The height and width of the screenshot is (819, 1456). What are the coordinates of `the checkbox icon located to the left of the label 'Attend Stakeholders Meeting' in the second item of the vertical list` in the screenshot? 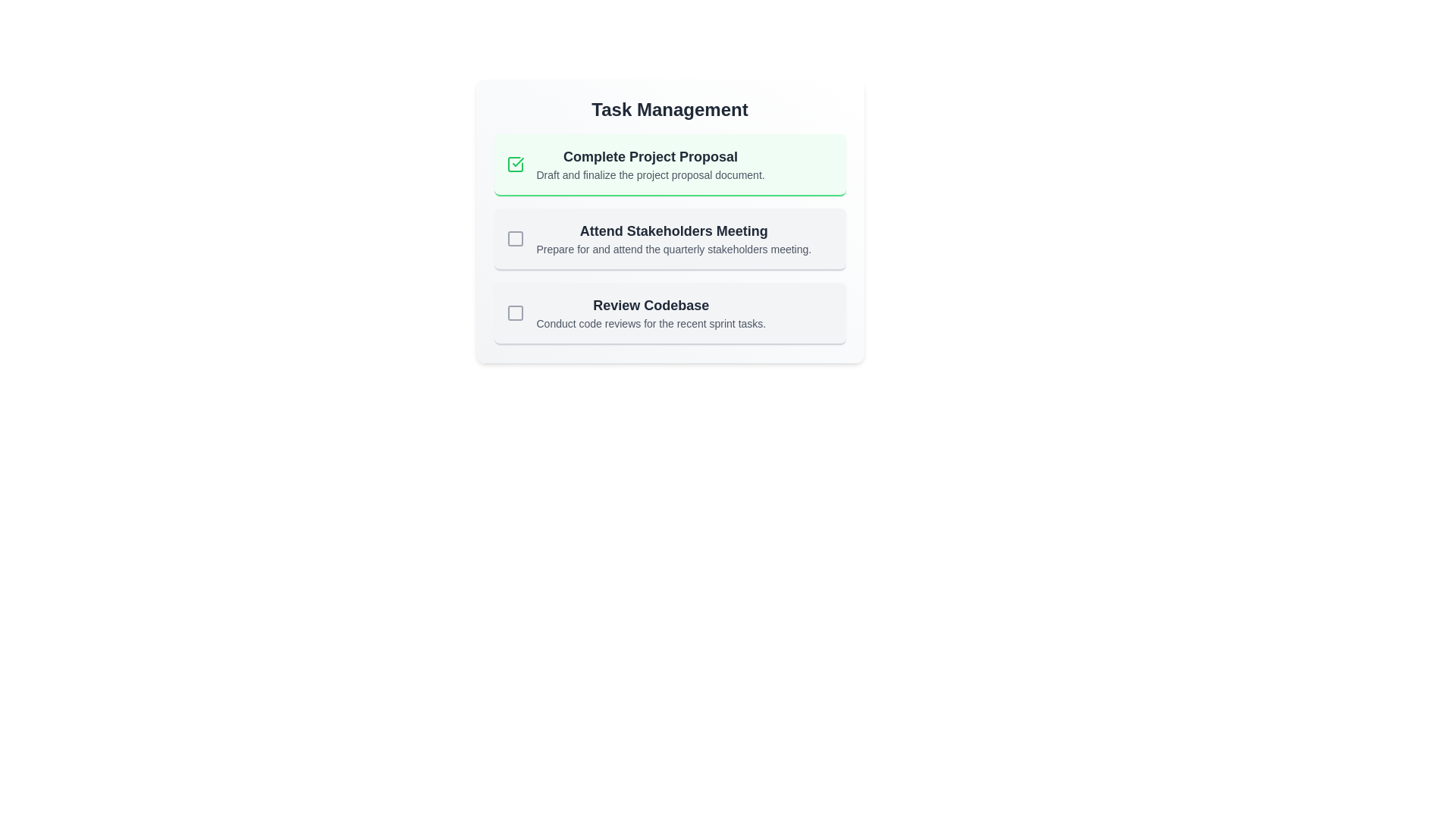 It's located at (515, 239).